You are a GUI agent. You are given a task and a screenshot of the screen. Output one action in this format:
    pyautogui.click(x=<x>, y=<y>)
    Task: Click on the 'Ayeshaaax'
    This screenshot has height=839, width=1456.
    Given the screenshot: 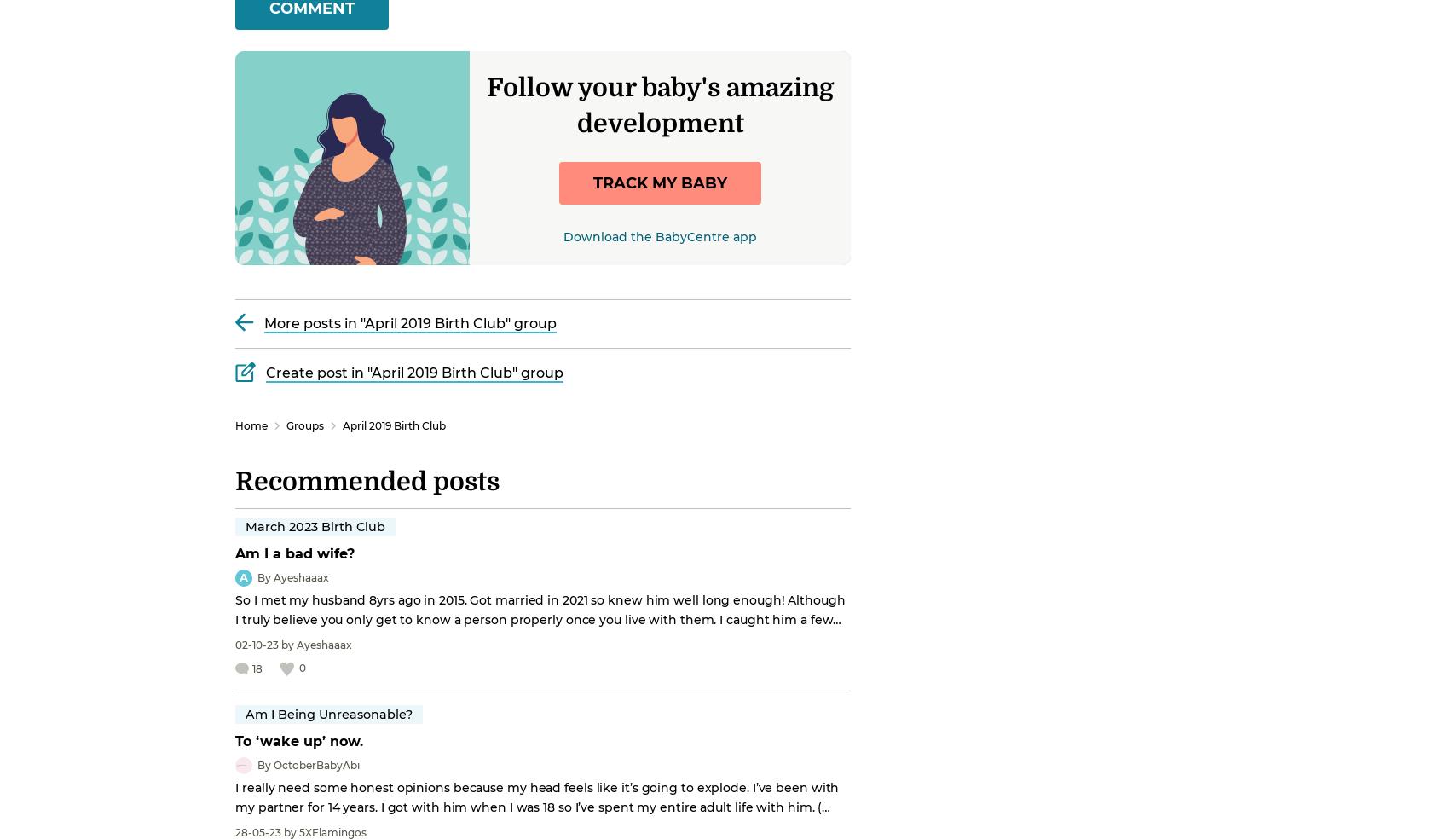 What is the action you would take?
    pyautogui.click(x=273, y=576)
    